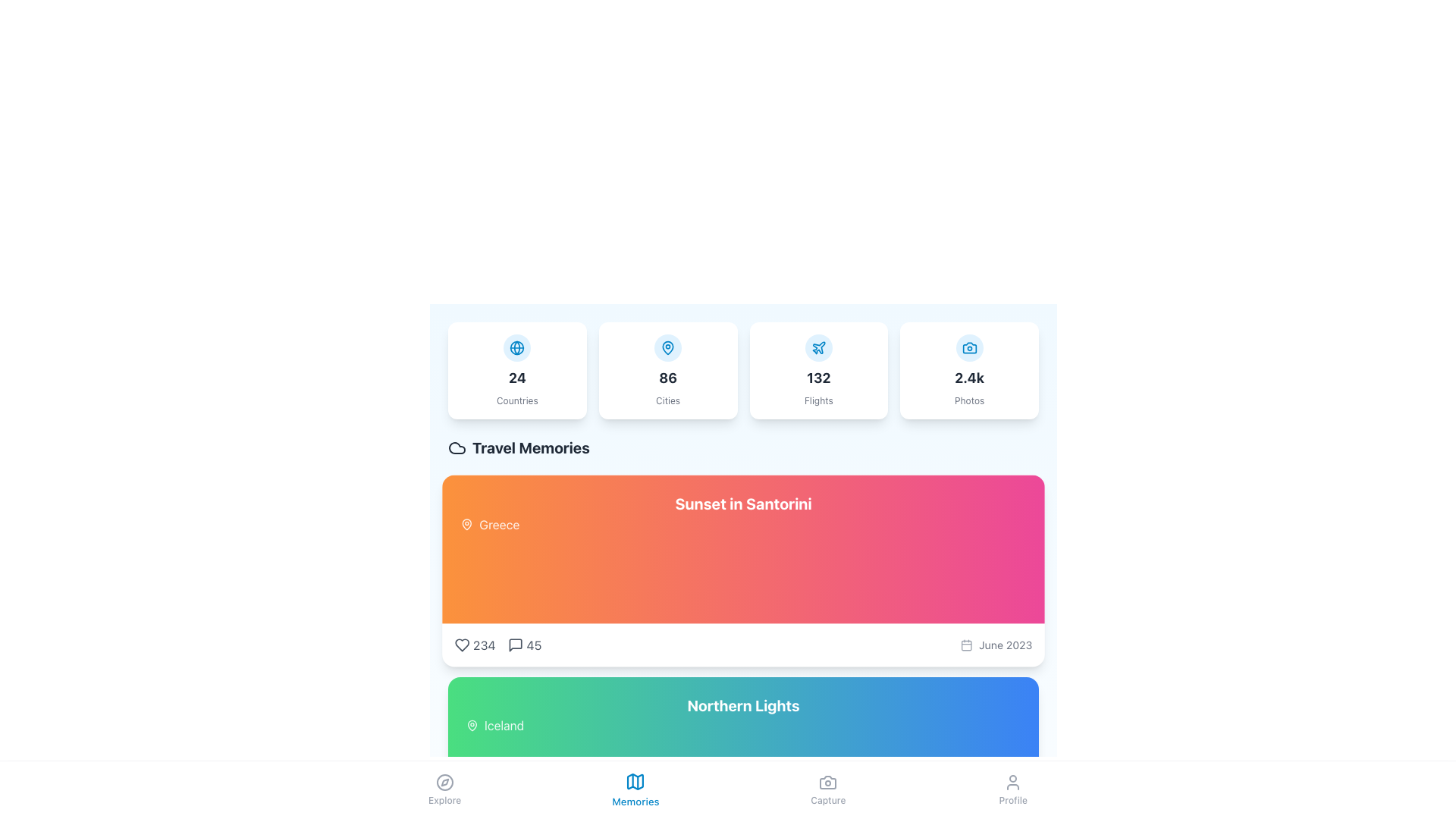 The width and height of the screenshot is (1456, 819). Describe the element at coordinates (965, 645) in the screenshot. I see `the decorative graphic component of the calendar icon located near the 'June 2023' label in the 'Sunset in Santorini' section` at that location.